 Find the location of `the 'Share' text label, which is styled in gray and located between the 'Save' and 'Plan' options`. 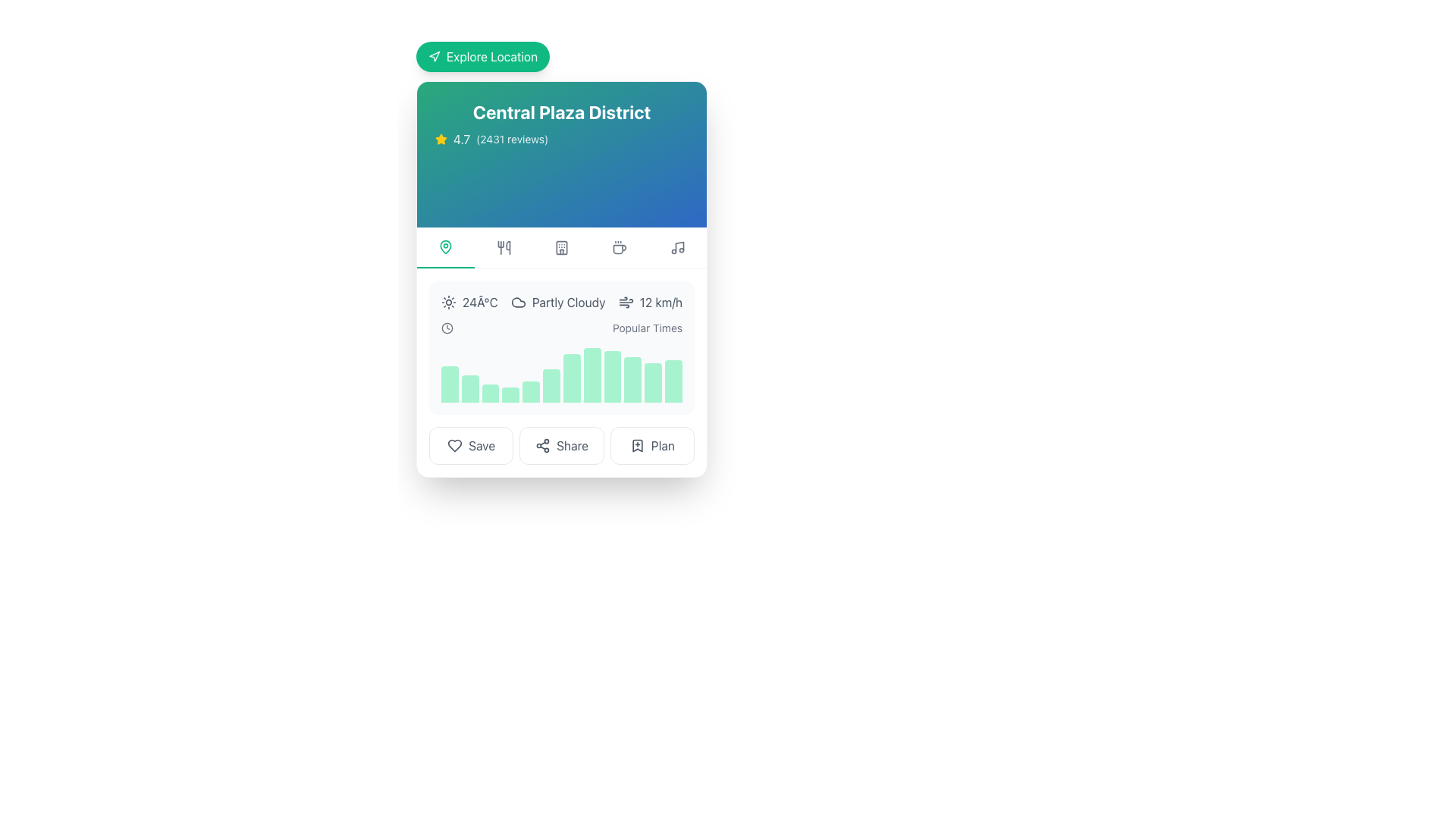

the 'Share' text label, which is styled in gray and located between the 'Save' and 'Plan' options is located at coordinates (571, 444).